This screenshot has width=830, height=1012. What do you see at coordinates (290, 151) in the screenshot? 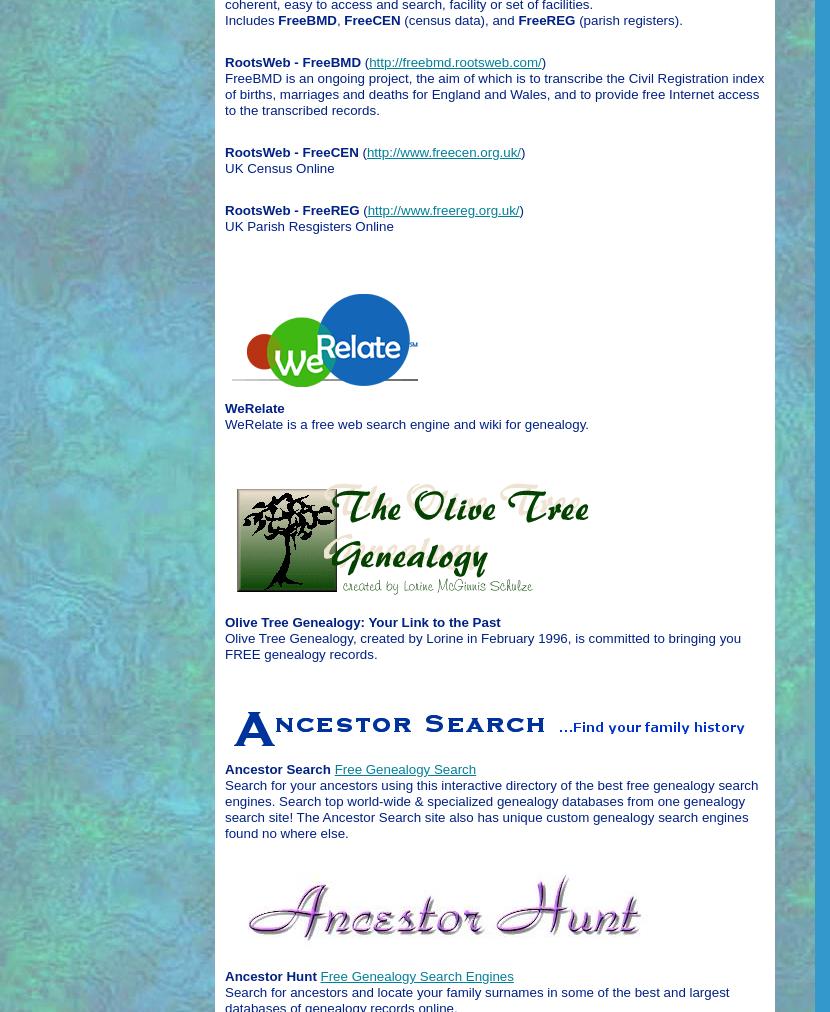
I see `'RootsWeb - FreeCEN'` at bounding box center [290, 151].